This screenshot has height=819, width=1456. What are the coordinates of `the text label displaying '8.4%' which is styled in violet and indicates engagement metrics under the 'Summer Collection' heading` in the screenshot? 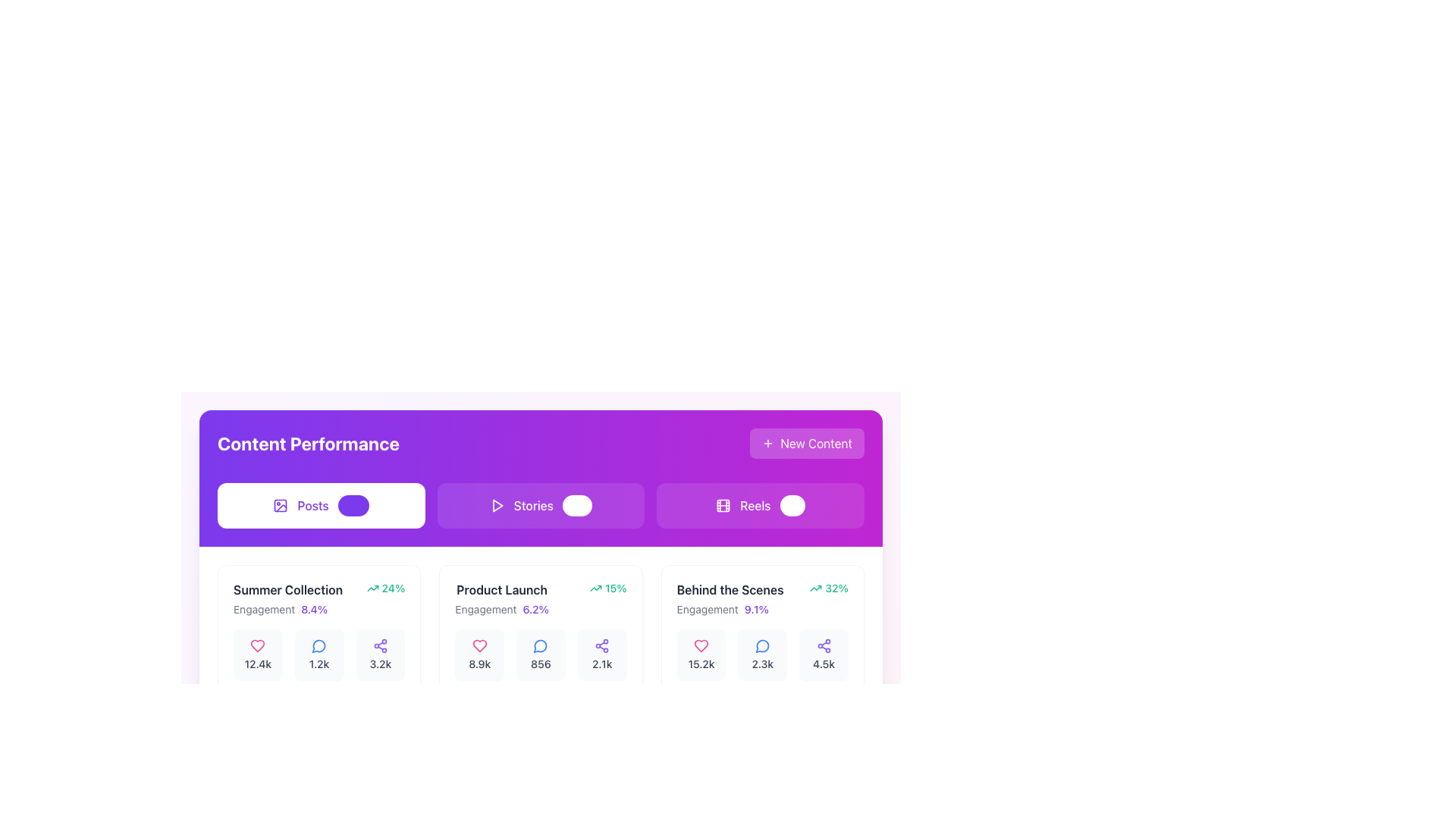 It's located at (313, 608).